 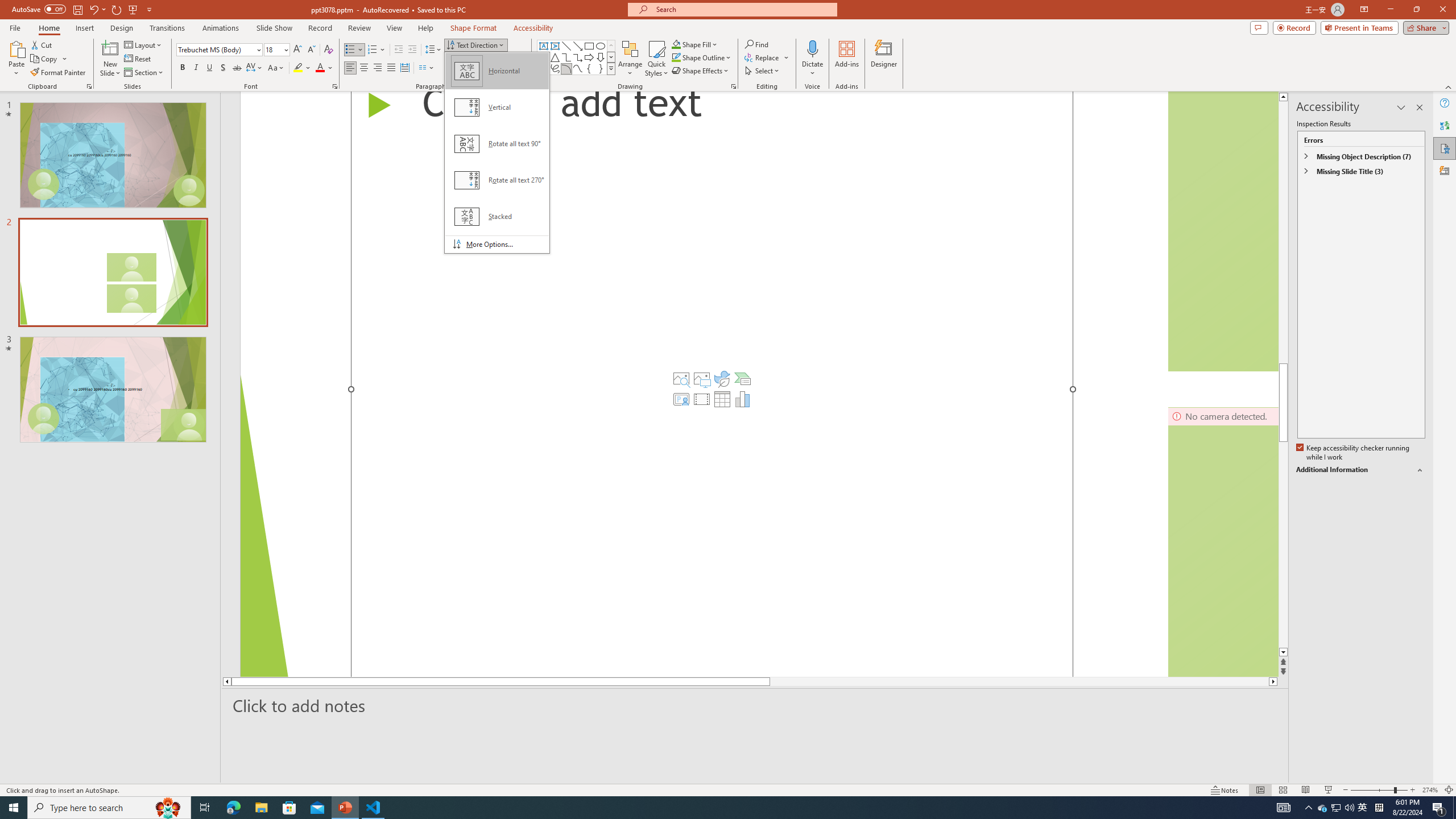 I want to click on 'Shape Outline Green, Accent 1', so click(x=676, y=56).